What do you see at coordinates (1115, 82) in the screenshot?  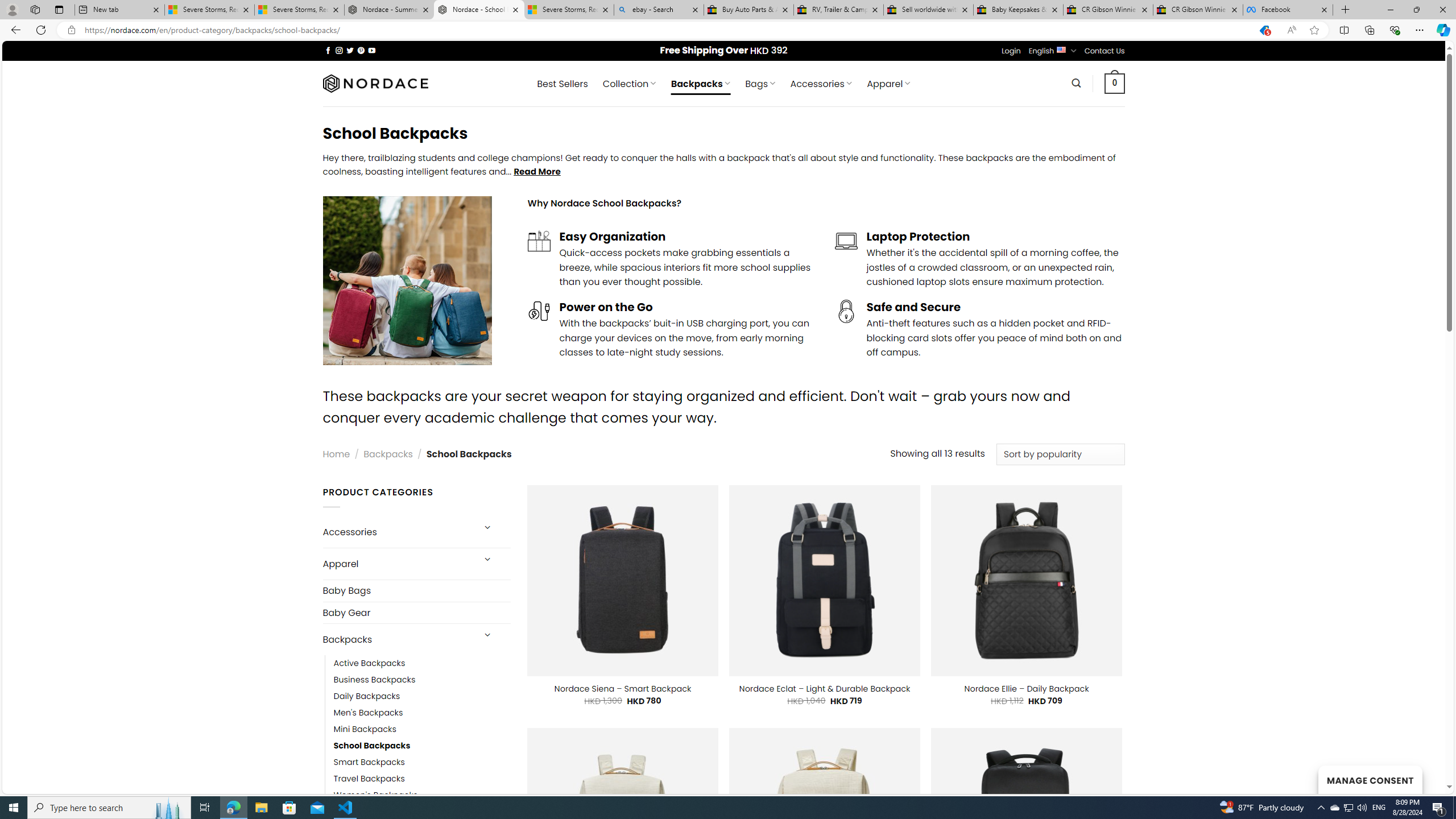 I see `' 0 '` at bounding box center [1115, 82].